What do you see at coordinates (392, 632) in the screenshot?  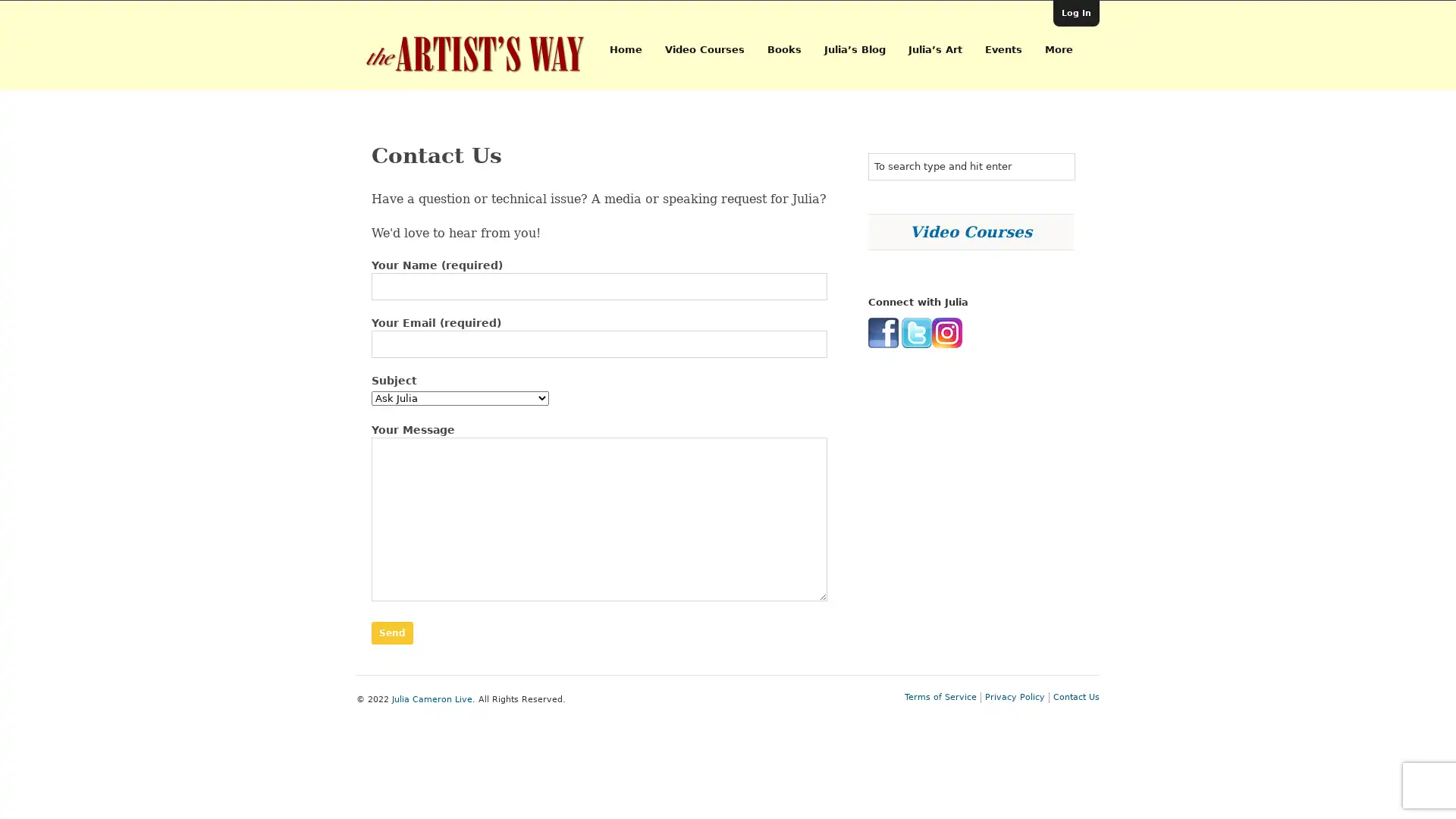 I see `Send` at bounding box center [392, 632].